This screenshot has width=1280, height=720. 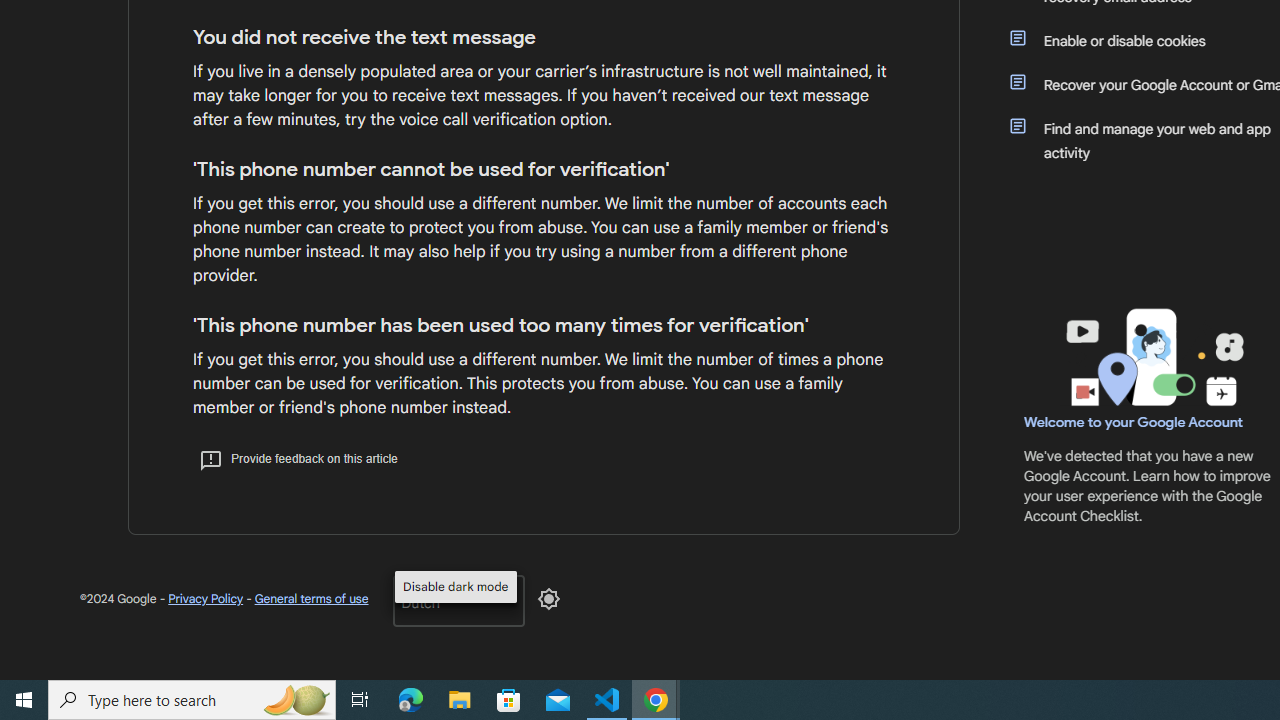 I want to click on 'Learning Center home page image', so click(x=1152, y=356).